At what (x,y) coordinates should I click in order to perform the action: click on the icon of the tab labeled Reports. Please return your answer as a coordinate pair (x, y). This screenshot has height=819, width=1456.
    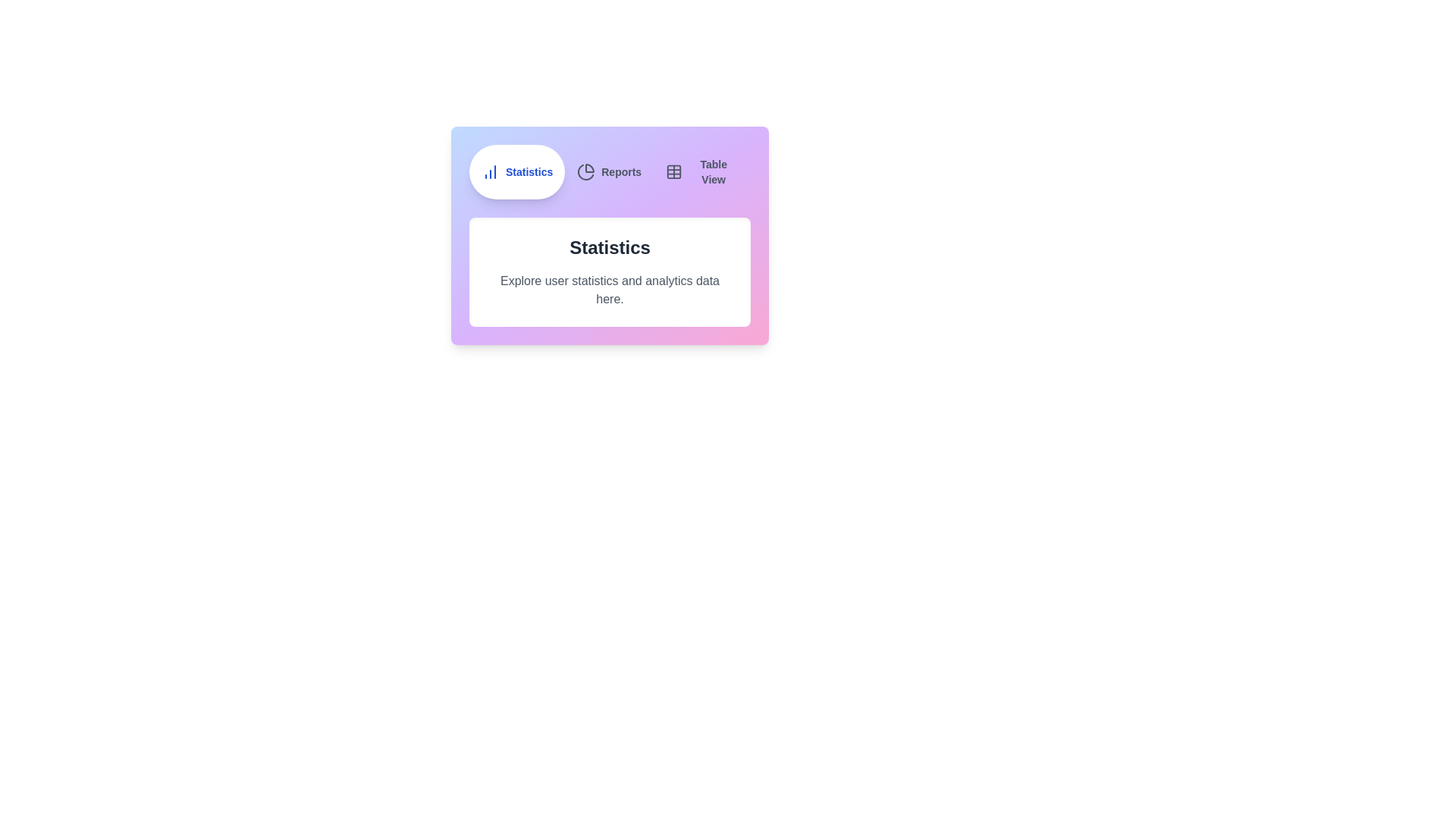
    Looking at the image, I should click on (585, 171).